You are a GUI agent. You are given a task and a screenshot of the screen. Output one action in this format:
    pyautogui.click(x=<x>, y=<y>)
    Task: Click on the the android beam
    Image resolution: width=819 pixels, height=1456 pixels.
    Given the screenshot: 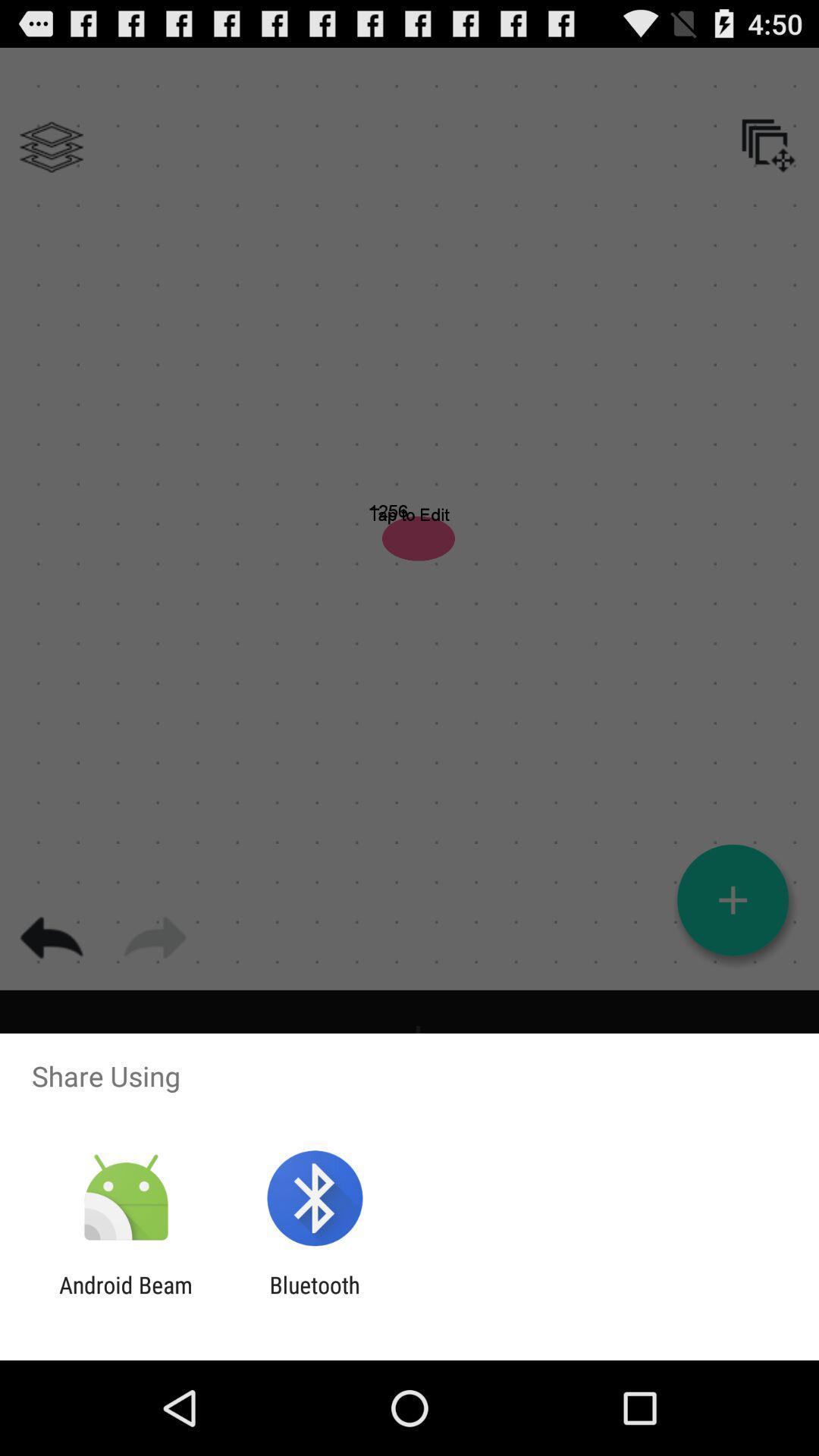 What is the action you would take?
    pyautogui.click(x=125, y=1298)
    